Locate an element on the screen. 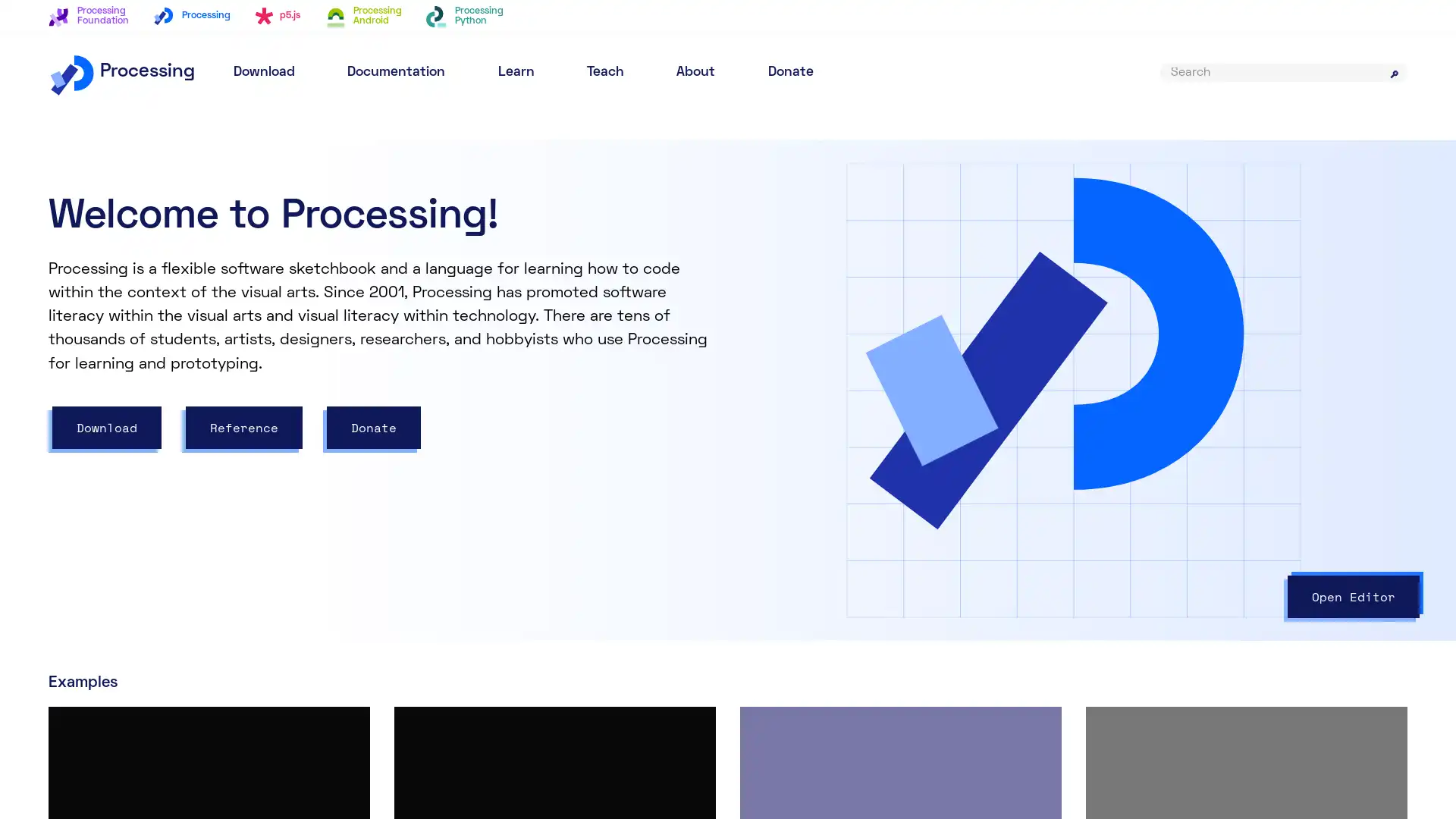 Image resolution: width=1456 pixels, height=819 pixels. change position is located at coordinates (965, 416).